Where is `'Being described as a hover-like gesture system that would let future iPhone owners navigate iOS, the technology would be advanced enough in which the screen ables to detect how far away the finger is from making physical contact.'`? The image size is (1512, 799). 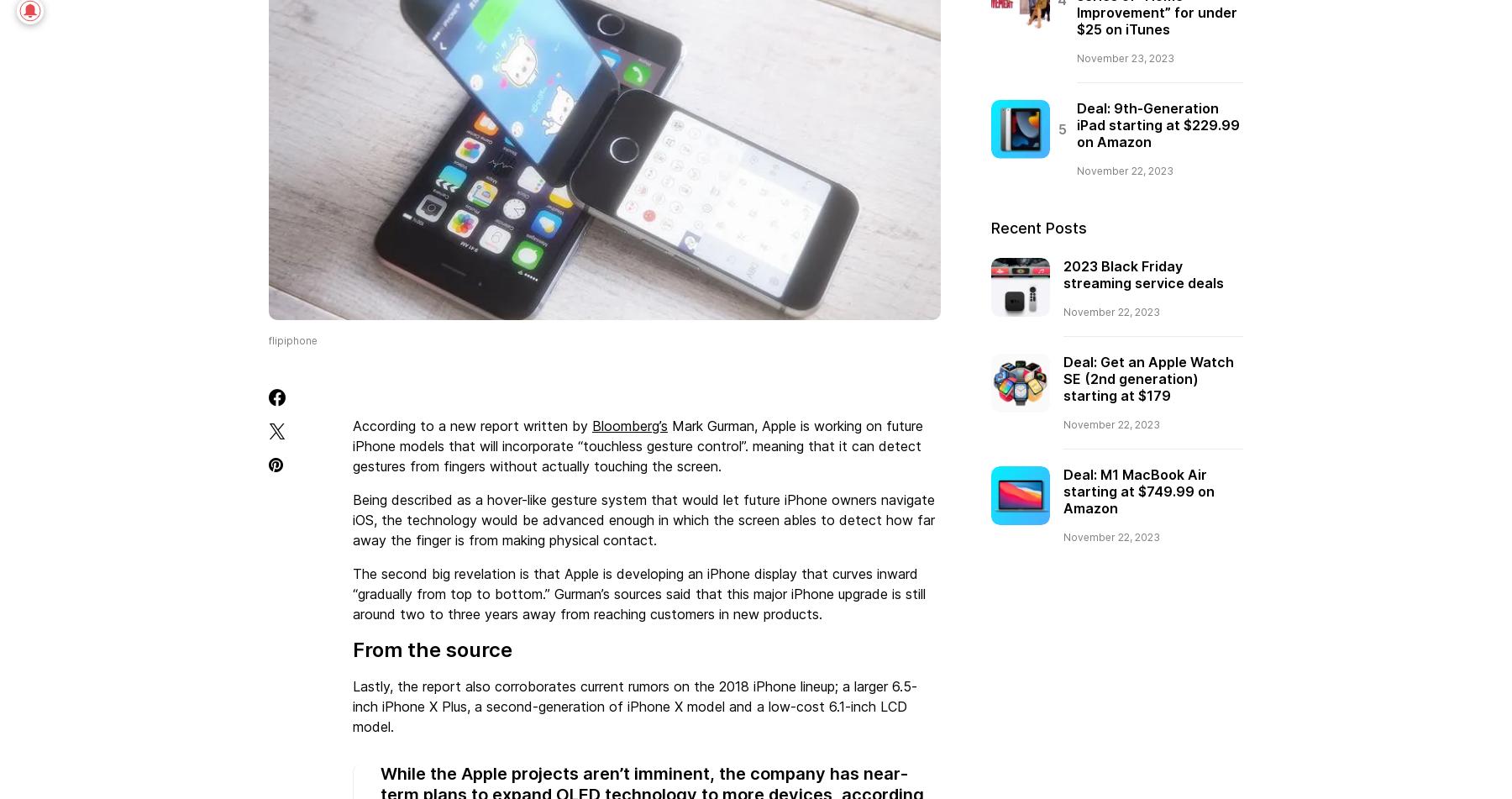 'Being described as a hover-like gesture system that would let future iPhone owners navigate iOS, the technology would be advanced enough in which the screen ables to detect how far away the finger is from making physical contact.' is located at coordinates (643, 518).